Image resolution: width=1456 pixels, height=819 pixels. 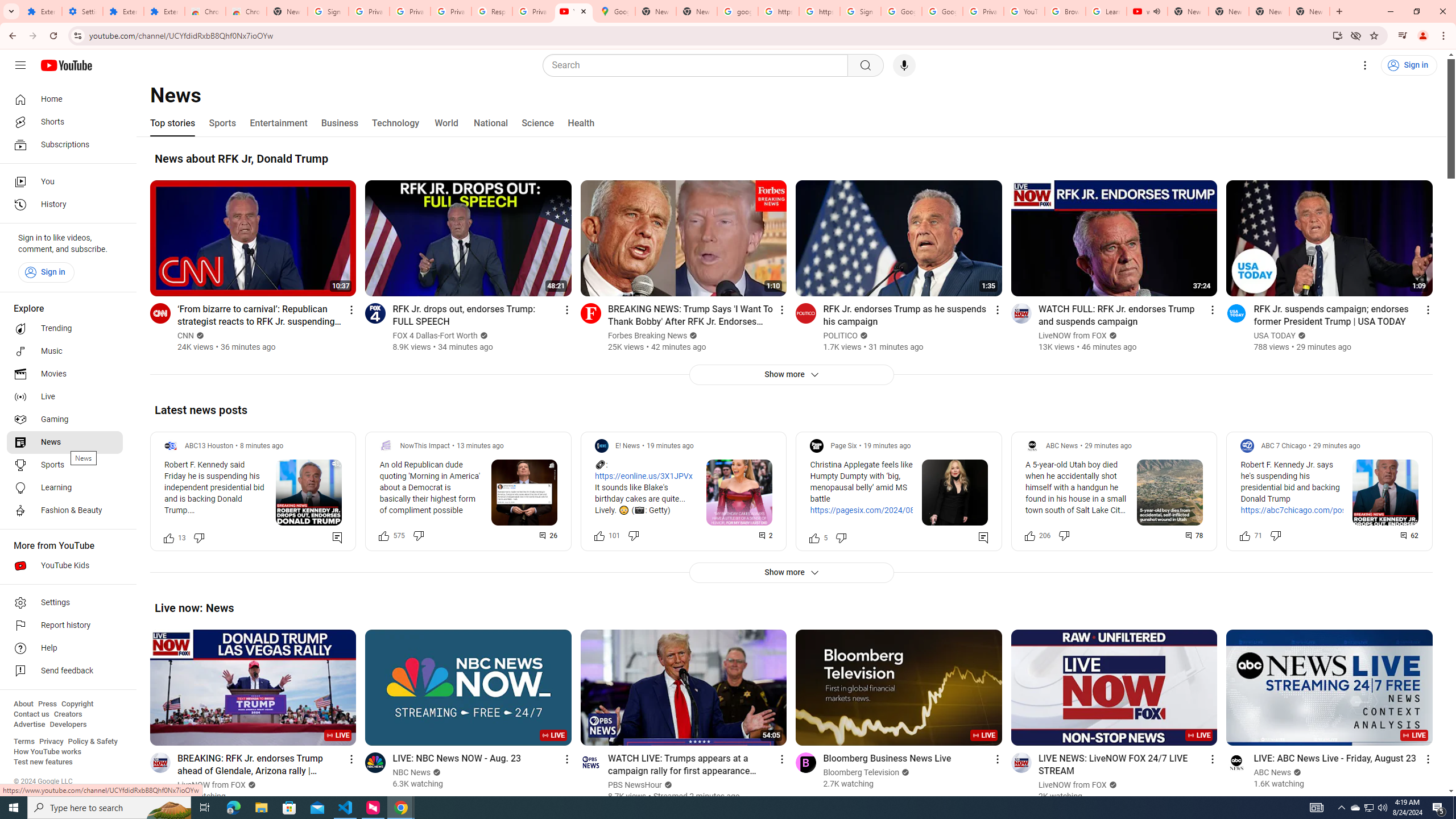 I want to click on 'https://scholar.google.com/', so click(x=777, y=11).